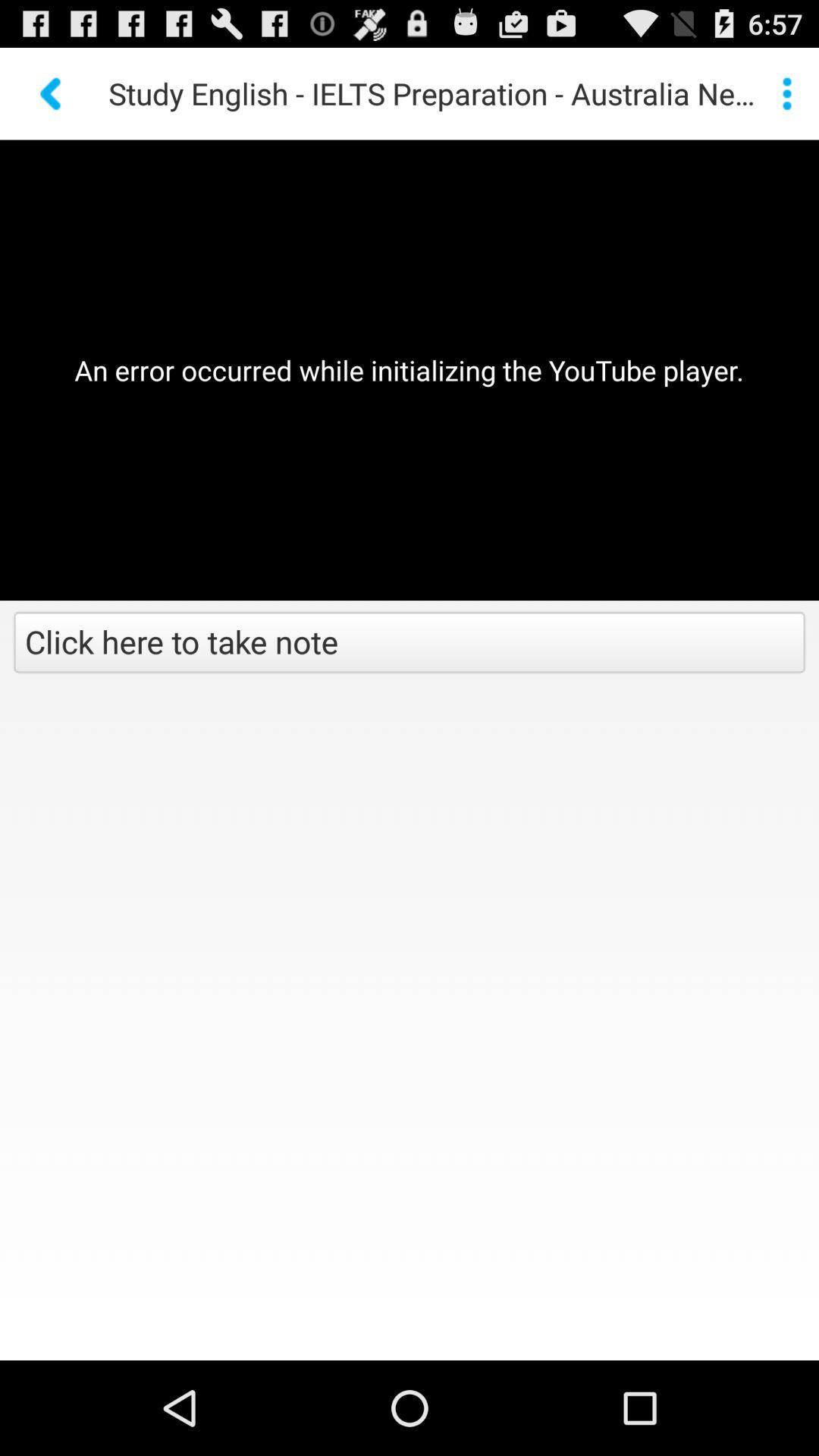 This screenshot has width=819, height=1456. Describe the element at coordinates (52, 93) in the screenshot. I see `app to the left of study english ielts` at that location.